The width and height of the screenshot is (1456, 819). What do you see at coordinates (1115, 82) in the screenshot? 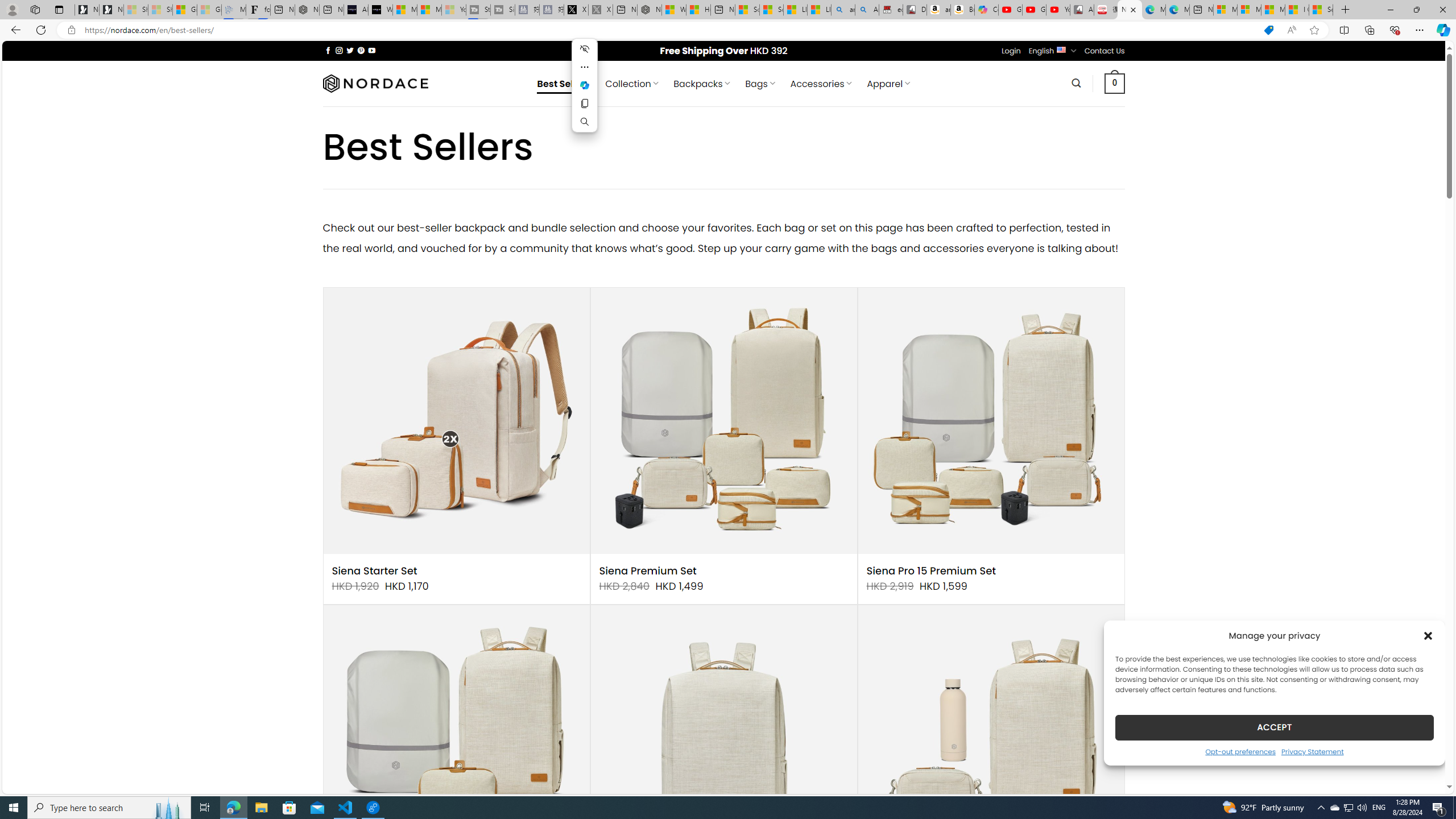
I see `'  0  '` at bounding box center [1115, 82].